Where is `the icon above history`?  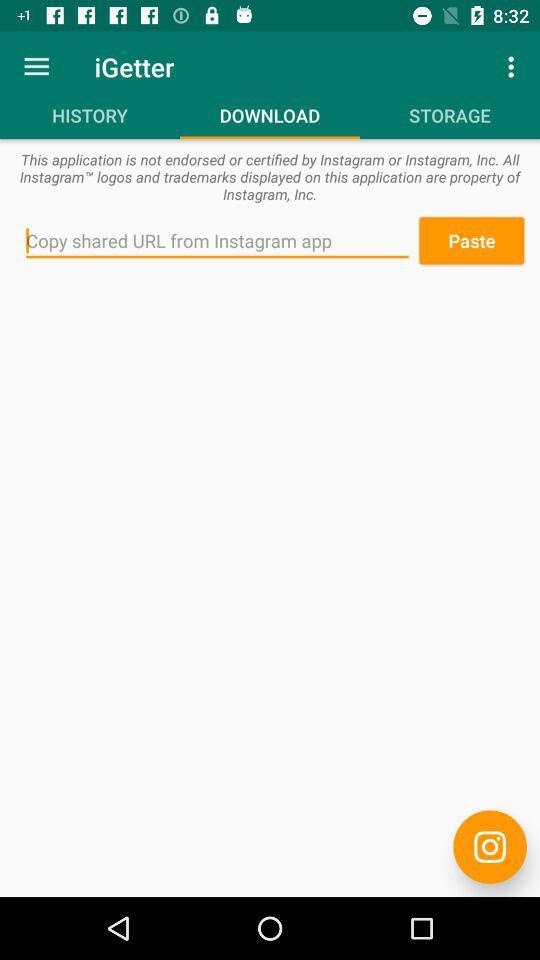
the icon above history is located at coordinates (36, 66).